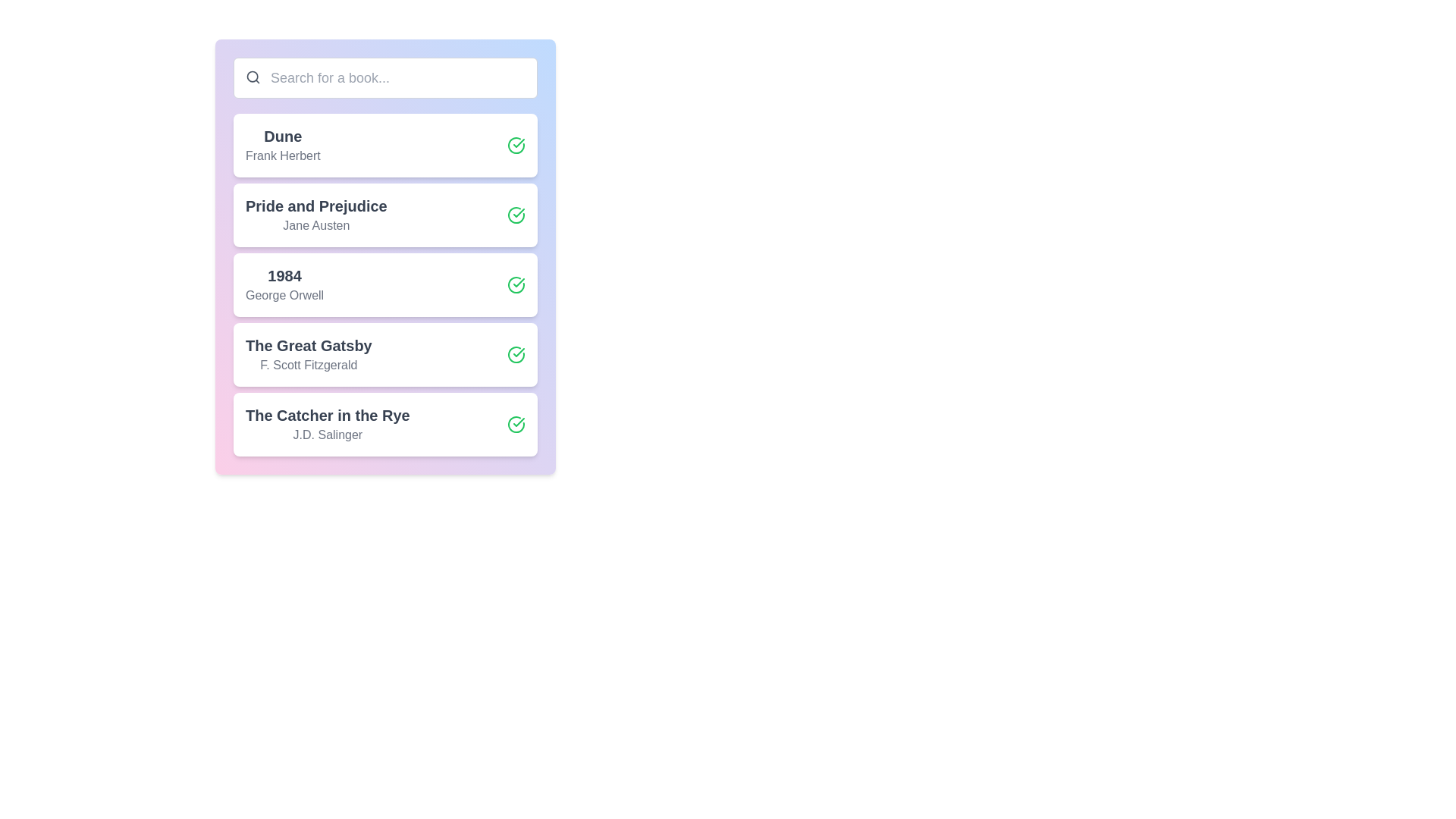  What do you see at coordinates (519, 353) in the screenshot?
I see `the status icon indicating a completed or selected status for the fourth list item in the vertical list` at bounding box center [519, 353].